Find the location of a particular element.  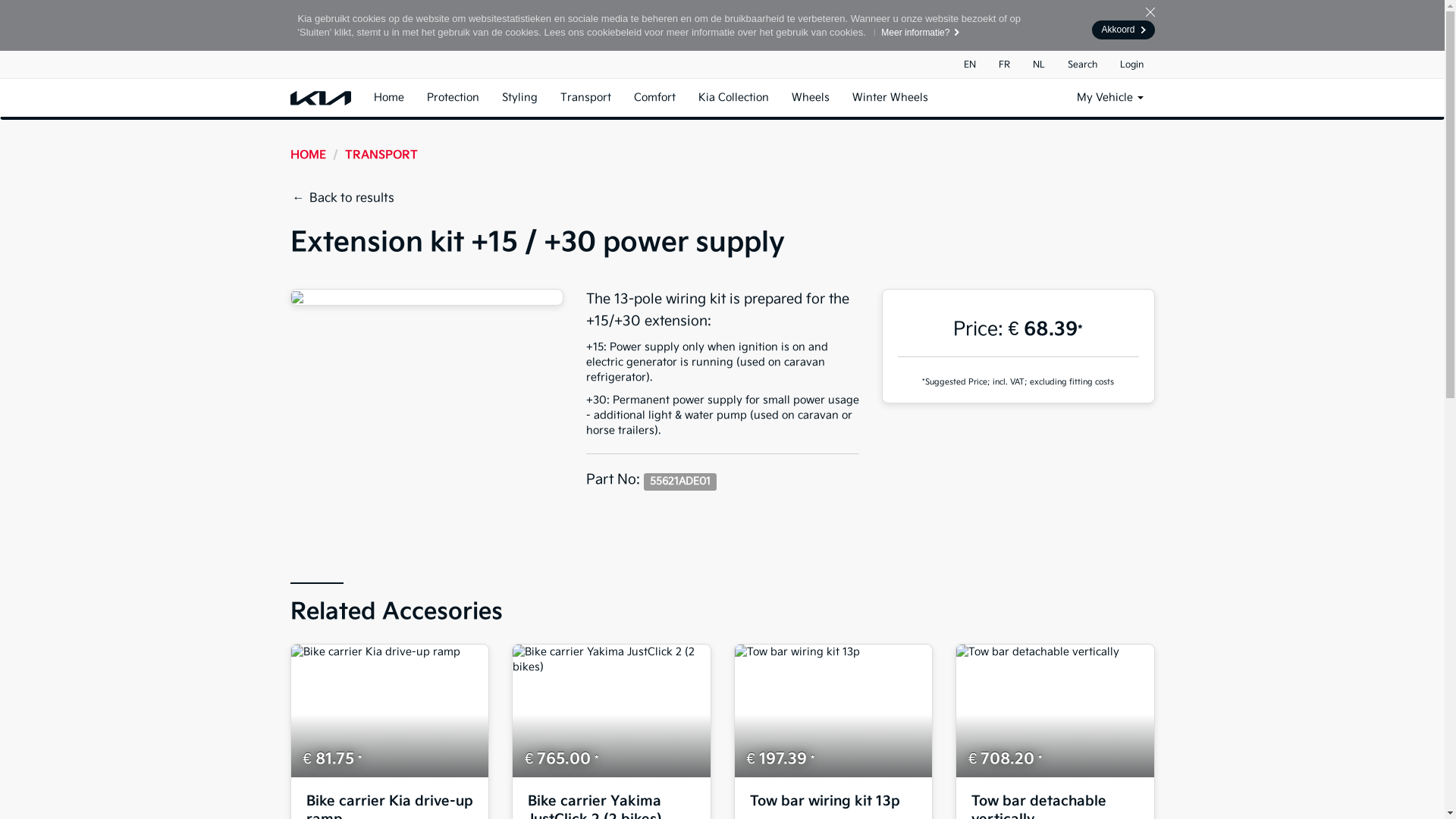

'Akkoord' is located at coordinates (1123, 30).